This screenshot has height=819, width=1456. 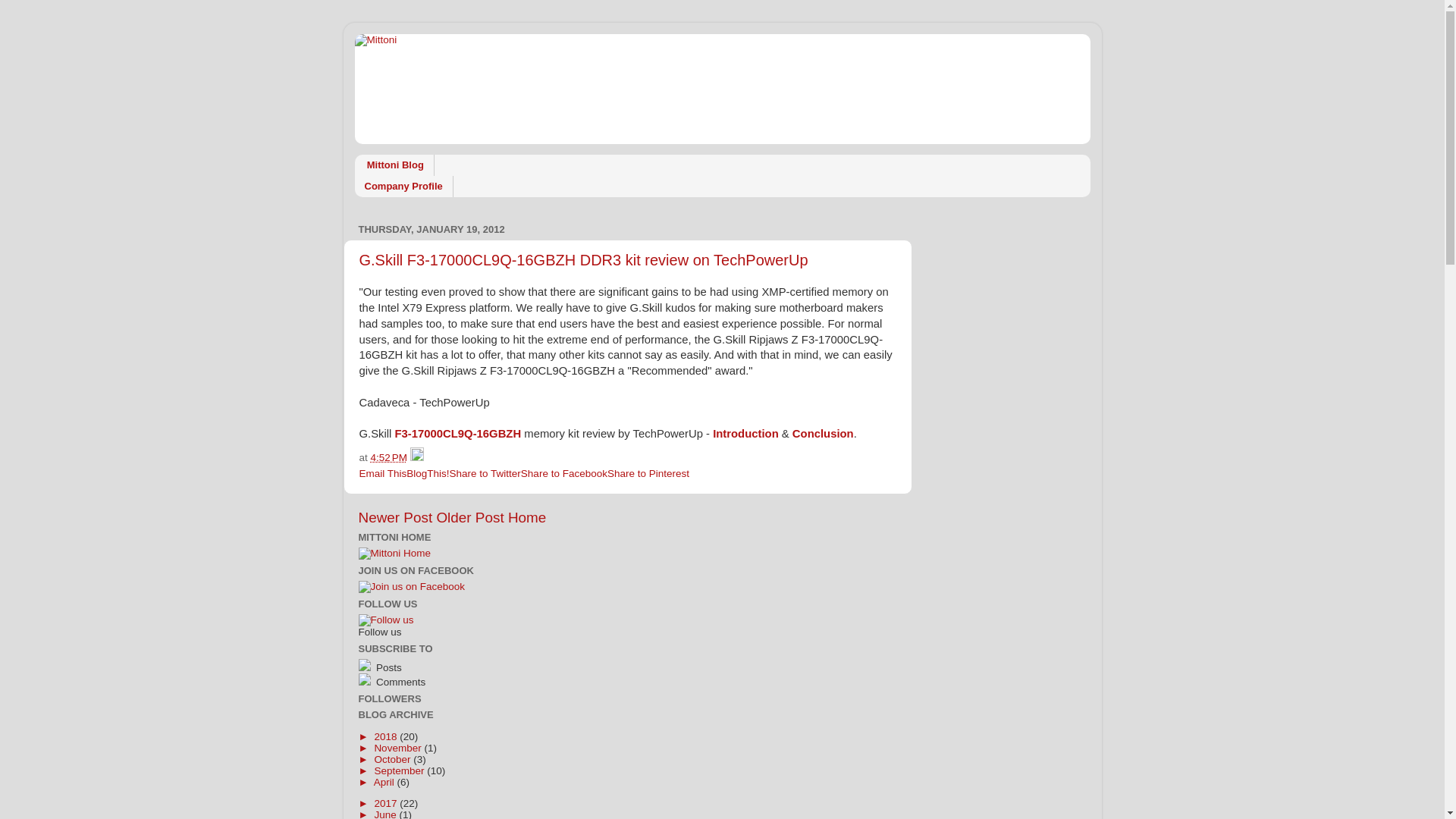 I want to click on 'Mittoni Blog', so click(x=394, y=165).